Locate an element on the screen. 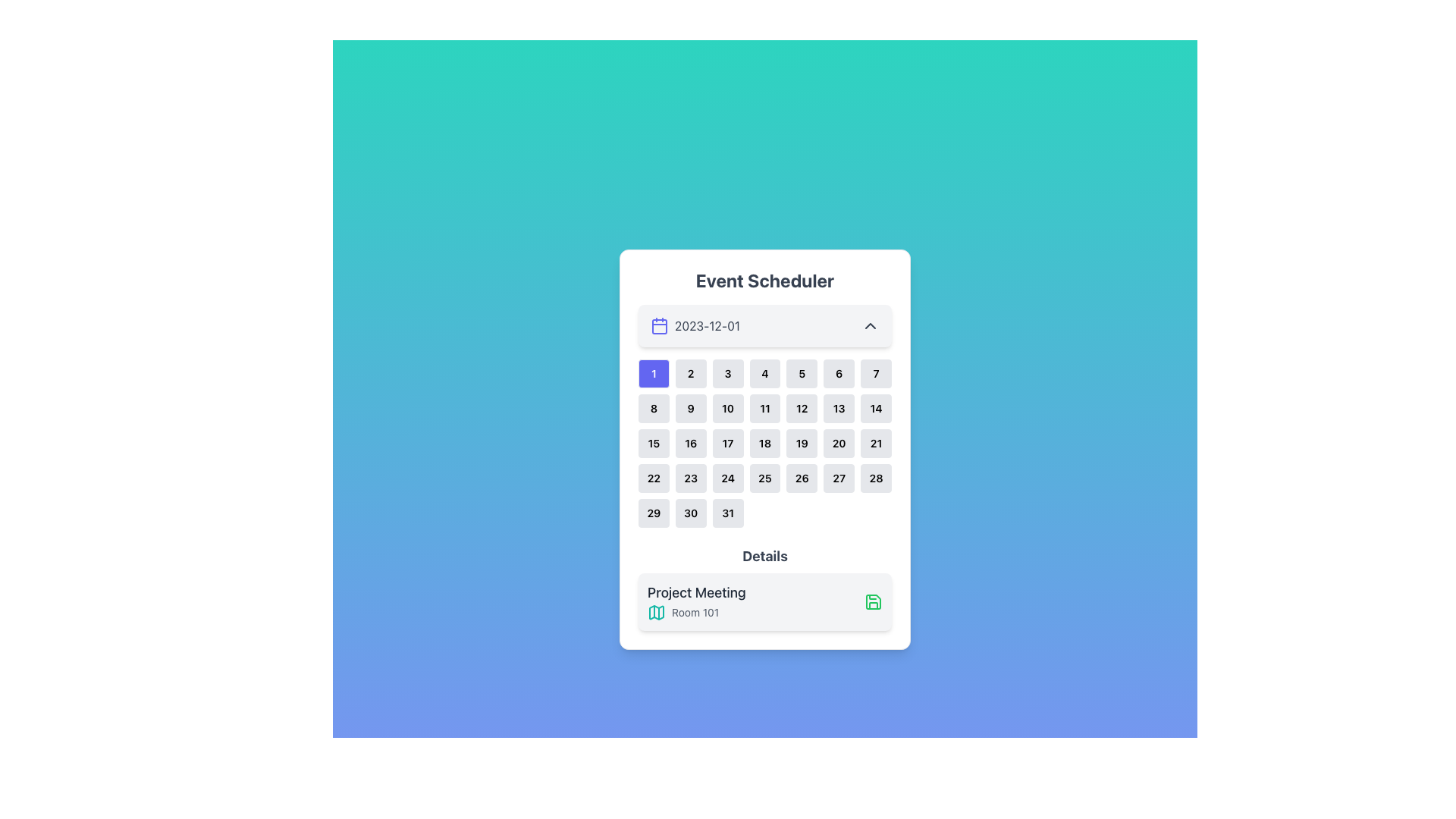 Image resolution: width=1456 pixels, height=819 pixels. the button representing the first day in the calendar view is located at coordinates (654, 374).